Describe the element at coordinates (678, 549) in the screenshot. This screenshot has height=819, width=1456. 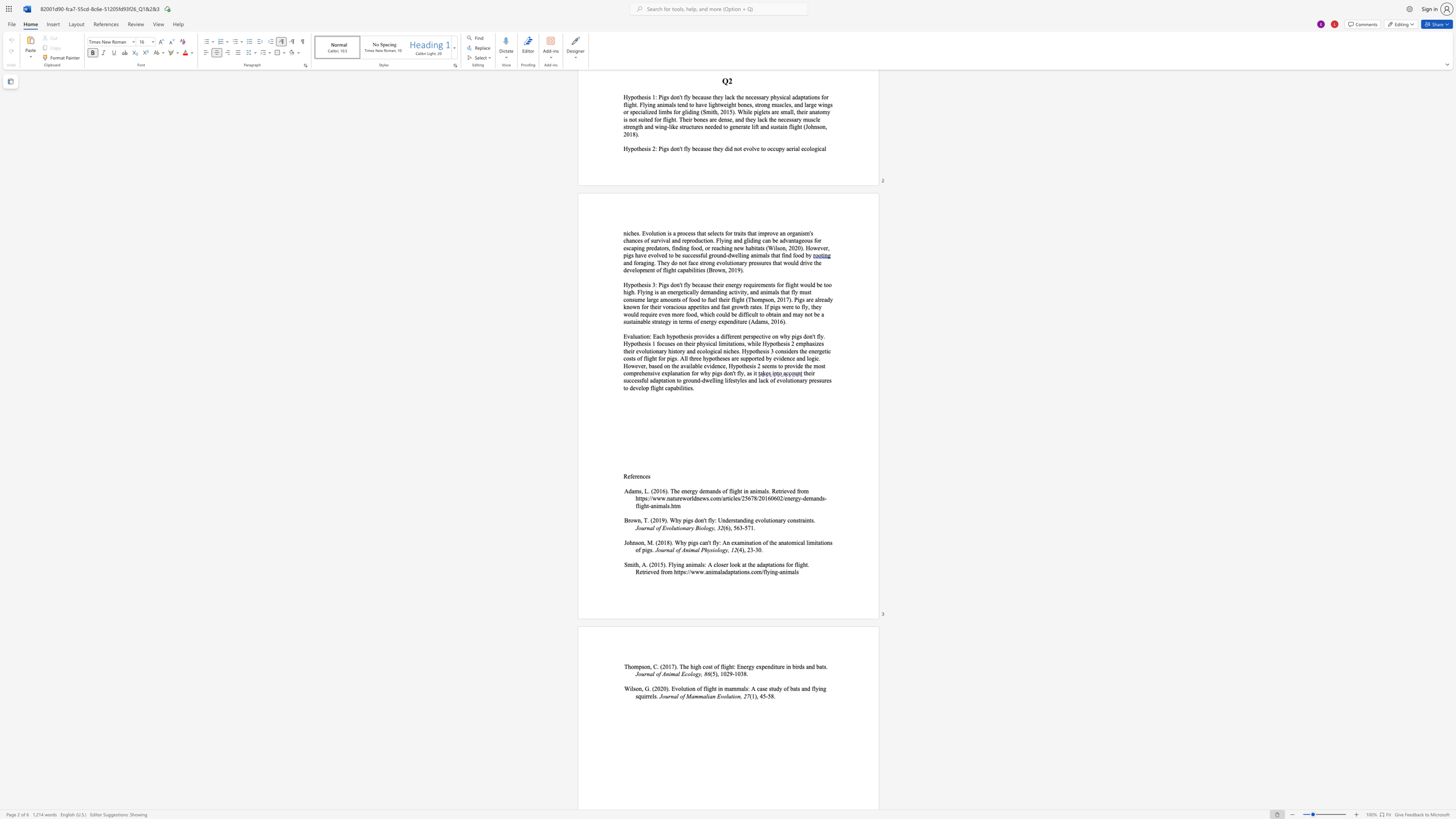
I see `the subset text "f Animal P" within the text "Journal of Animal Physiology, 12"` at that location.